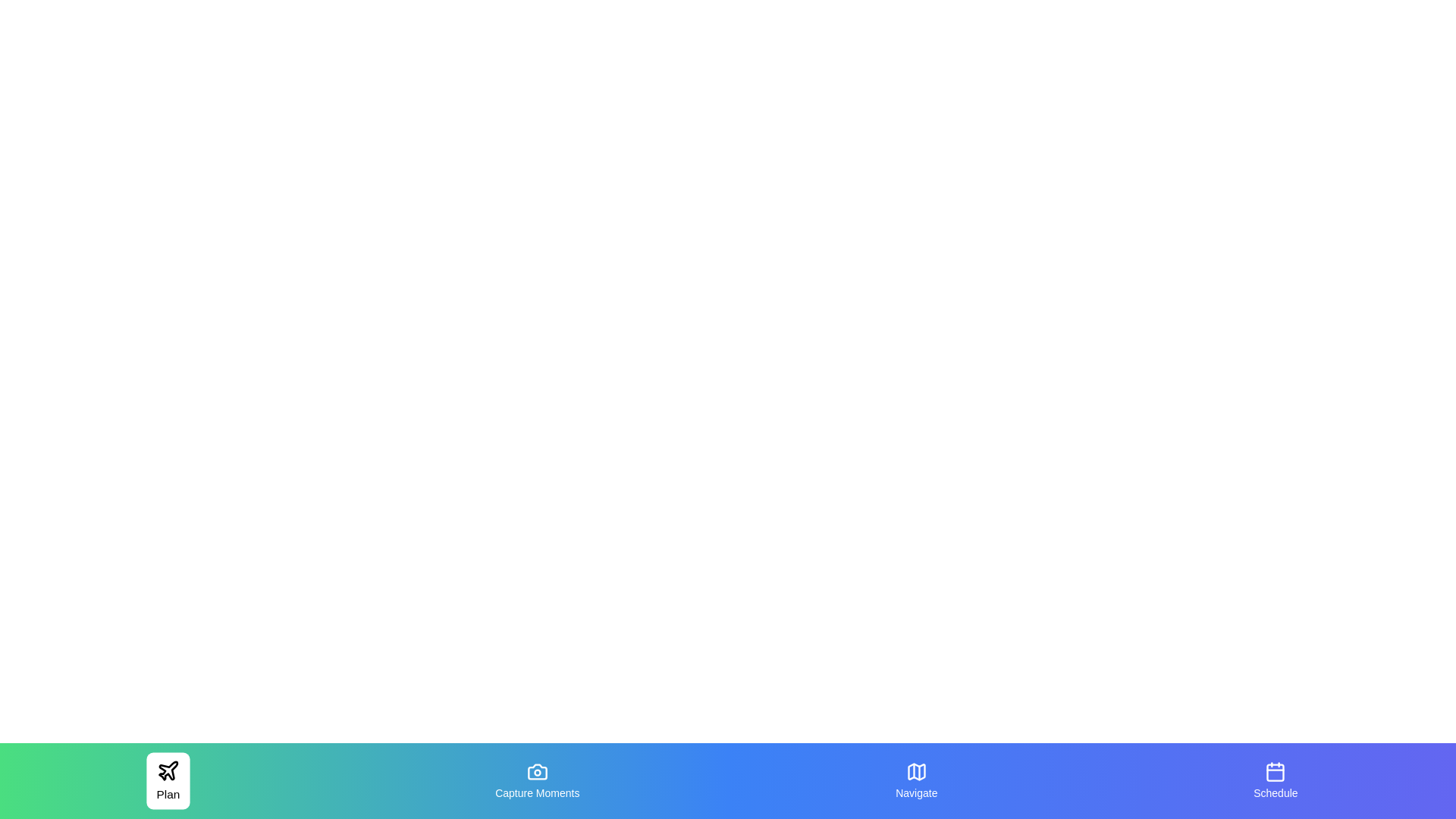 This screenshot has width=1456, height=819. Describe the element at coordinates (915, 772) in the screenshot. I see `the icon associated with the tab Navigate` at that location.